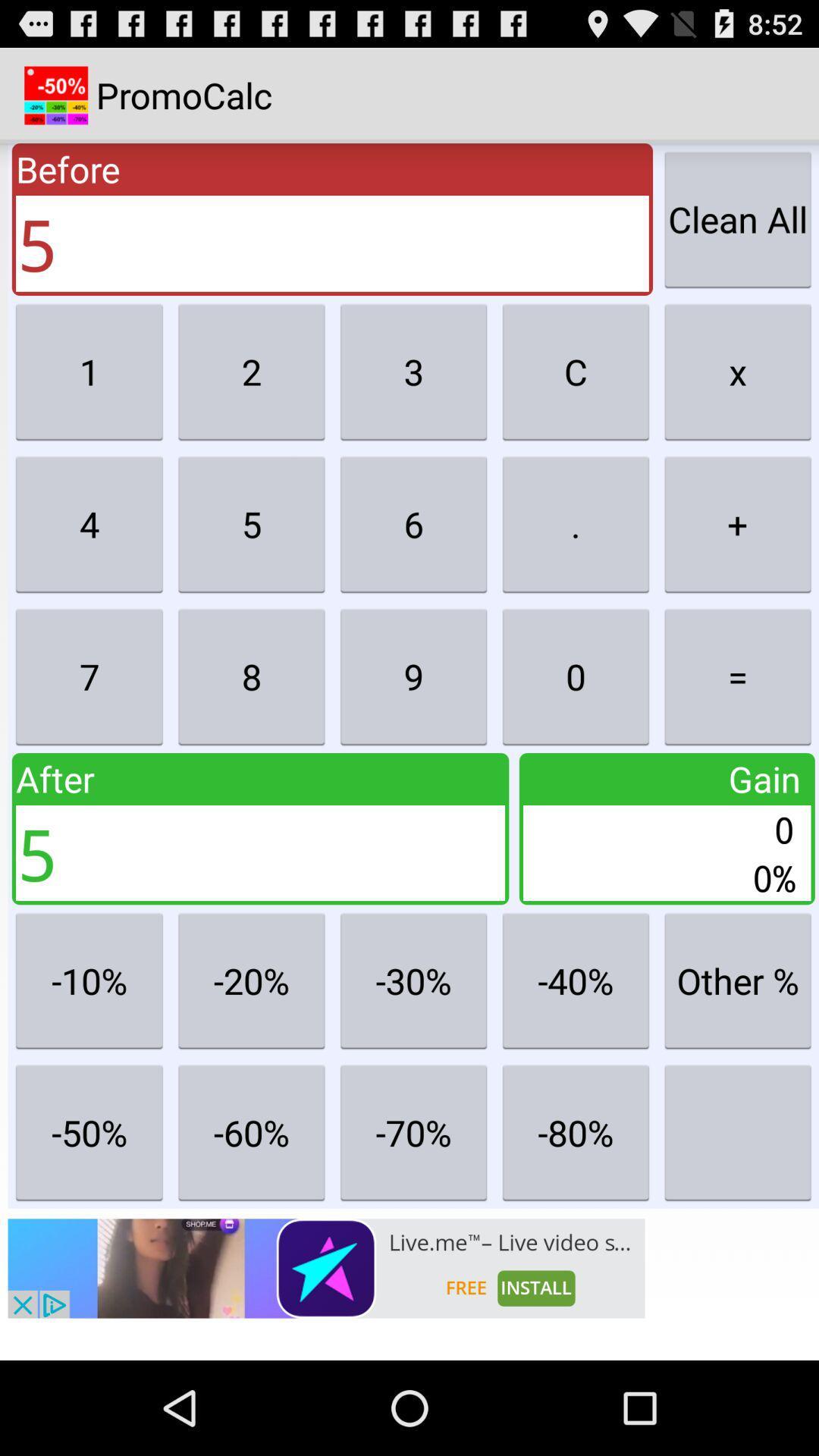 The image size is (819, 1456). What do you see at coordinates (325, 1268) in the screenshot?
I see `advertisement for living near person` at bounding box center [325, 1268].